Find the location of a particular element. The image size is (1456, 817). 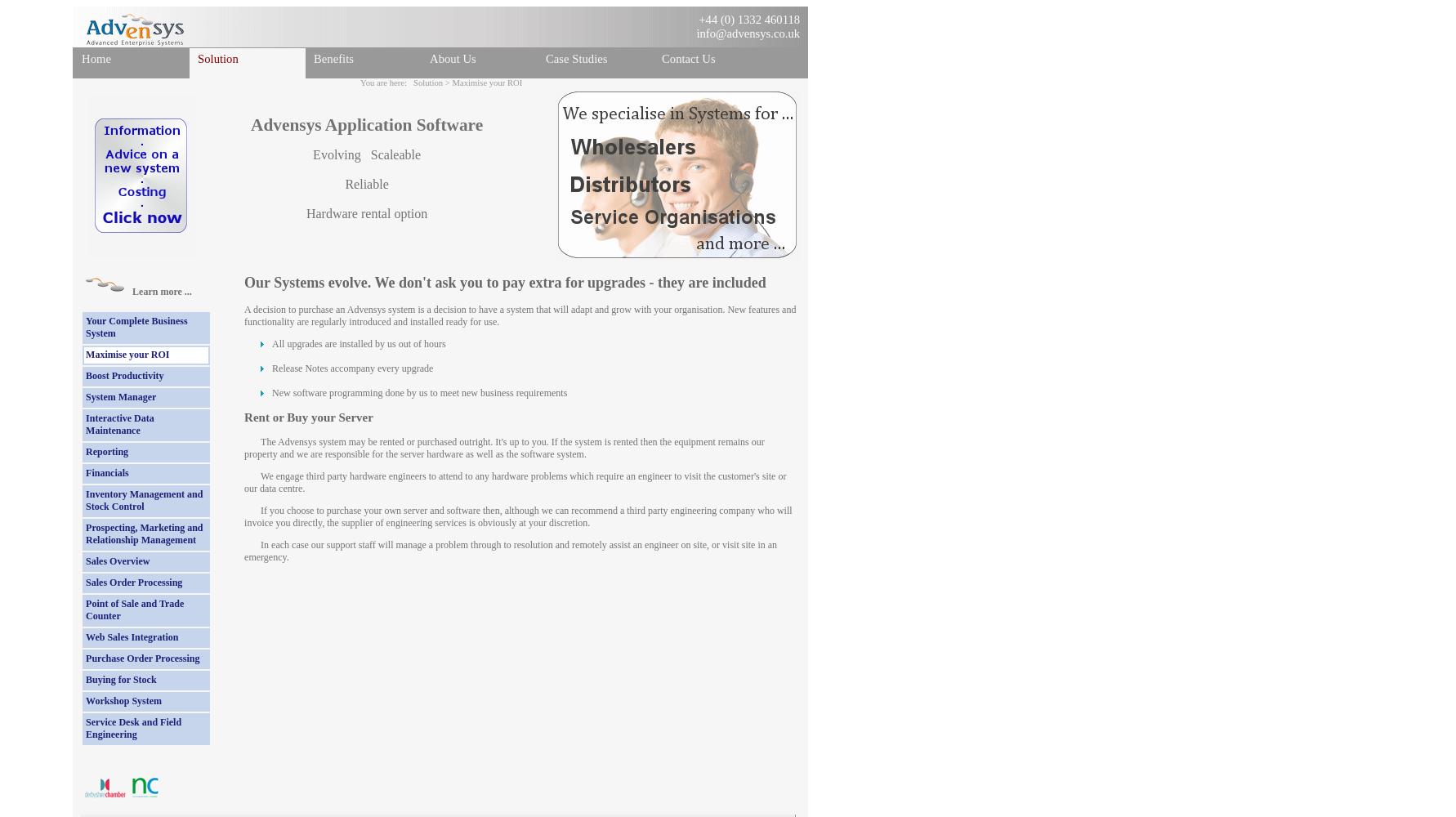

'Point of Sale and Trade Counter' is located at coordinates (134, 609).